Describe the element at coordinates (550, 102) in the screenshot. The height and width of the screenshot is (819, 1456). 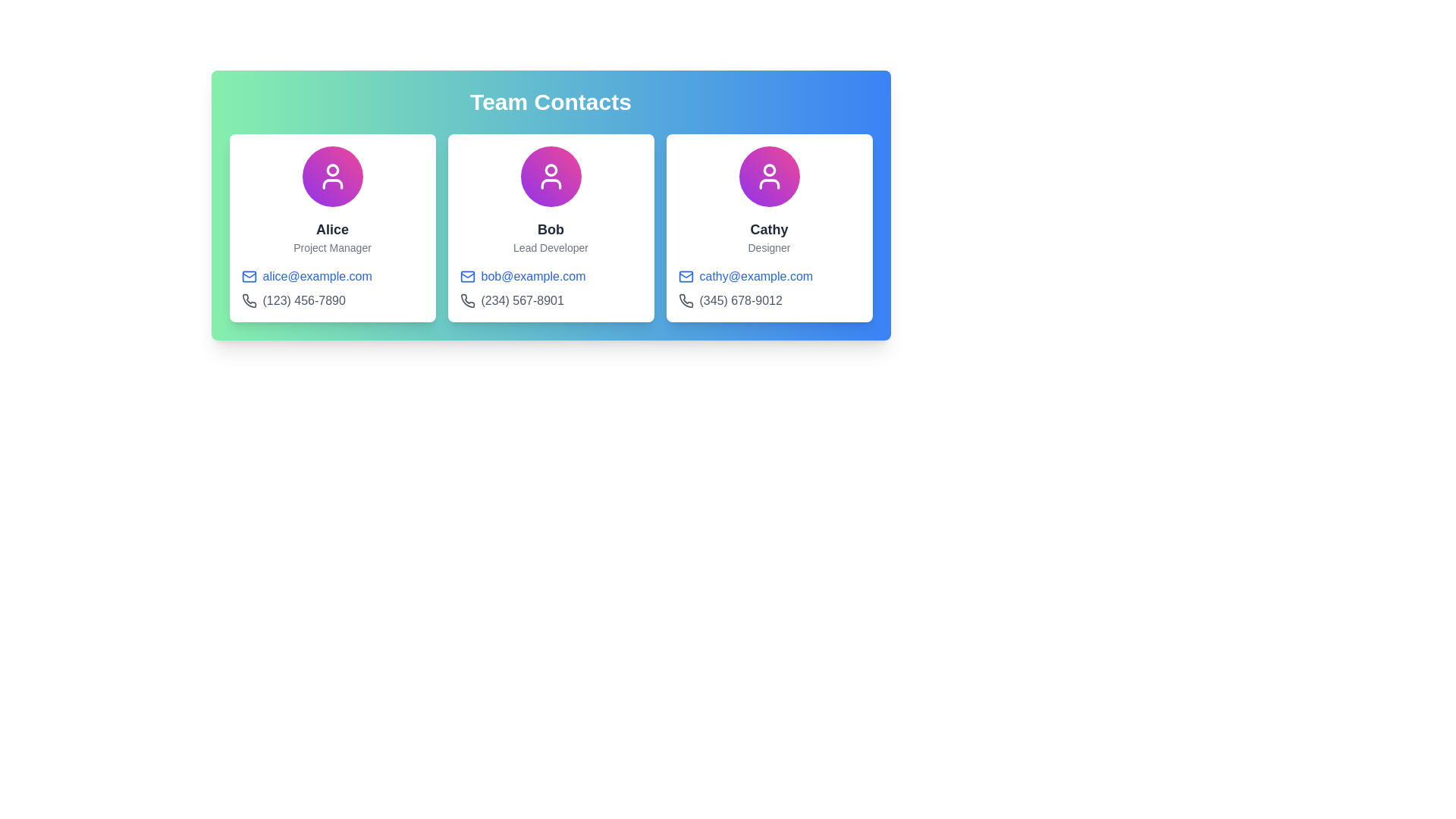
I see `text element displaying the title 'Team Contacts' which is centered at the top of the component with a green-to-blue gradient background` at that location.